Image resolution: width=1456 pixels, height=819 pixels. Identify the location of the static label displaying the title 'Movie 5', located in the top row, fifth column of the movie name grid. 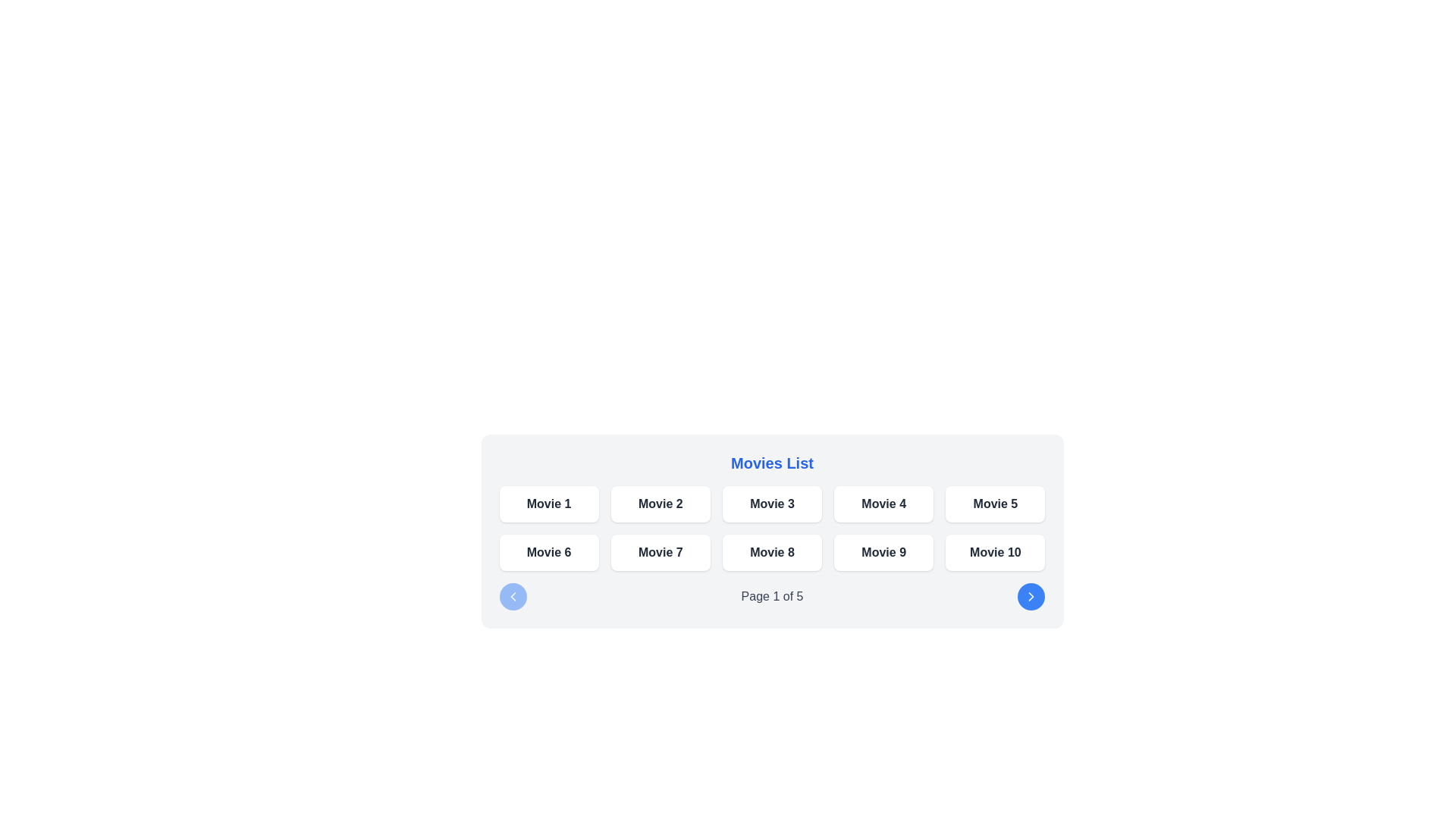
(995, 504).